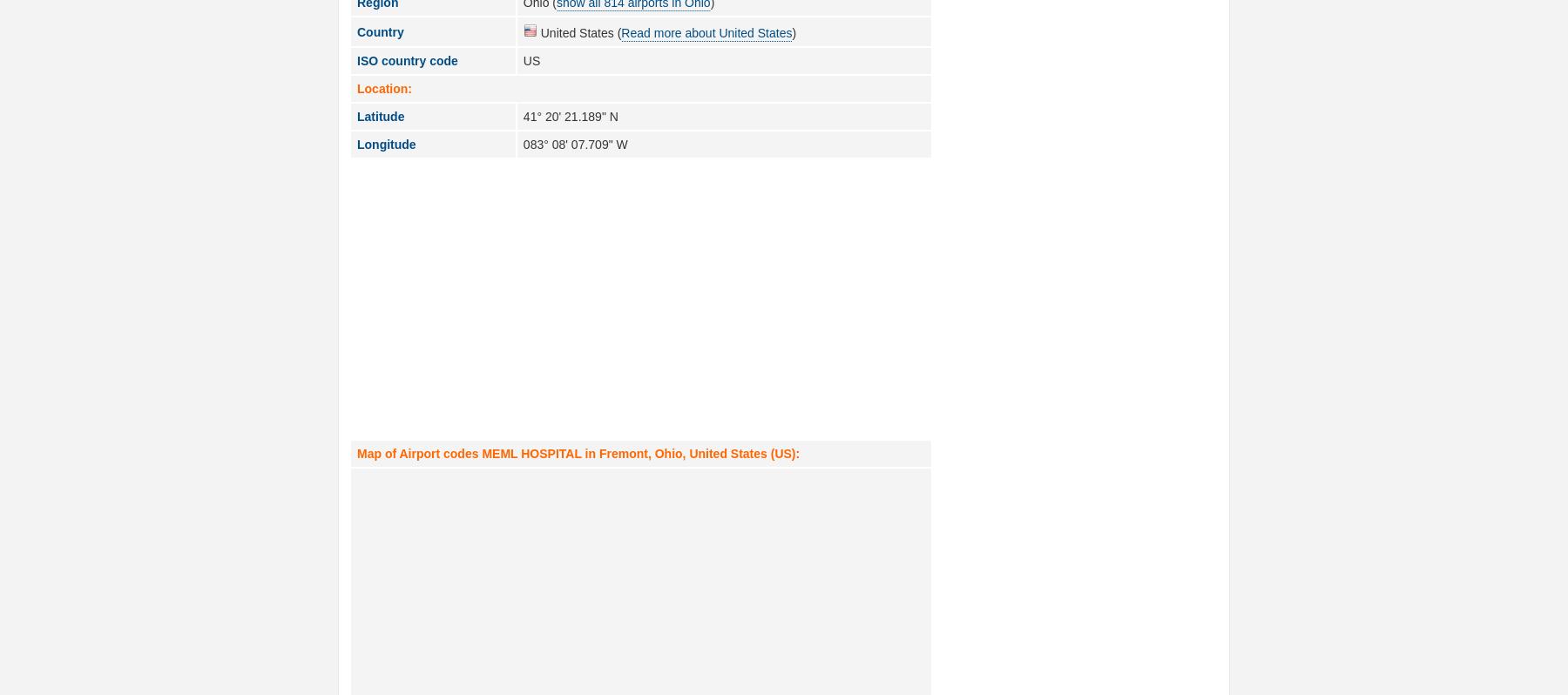 Image resolution: width=1568 pixels, height=695 pixels. I want to click on 'US', so click(531, 59).